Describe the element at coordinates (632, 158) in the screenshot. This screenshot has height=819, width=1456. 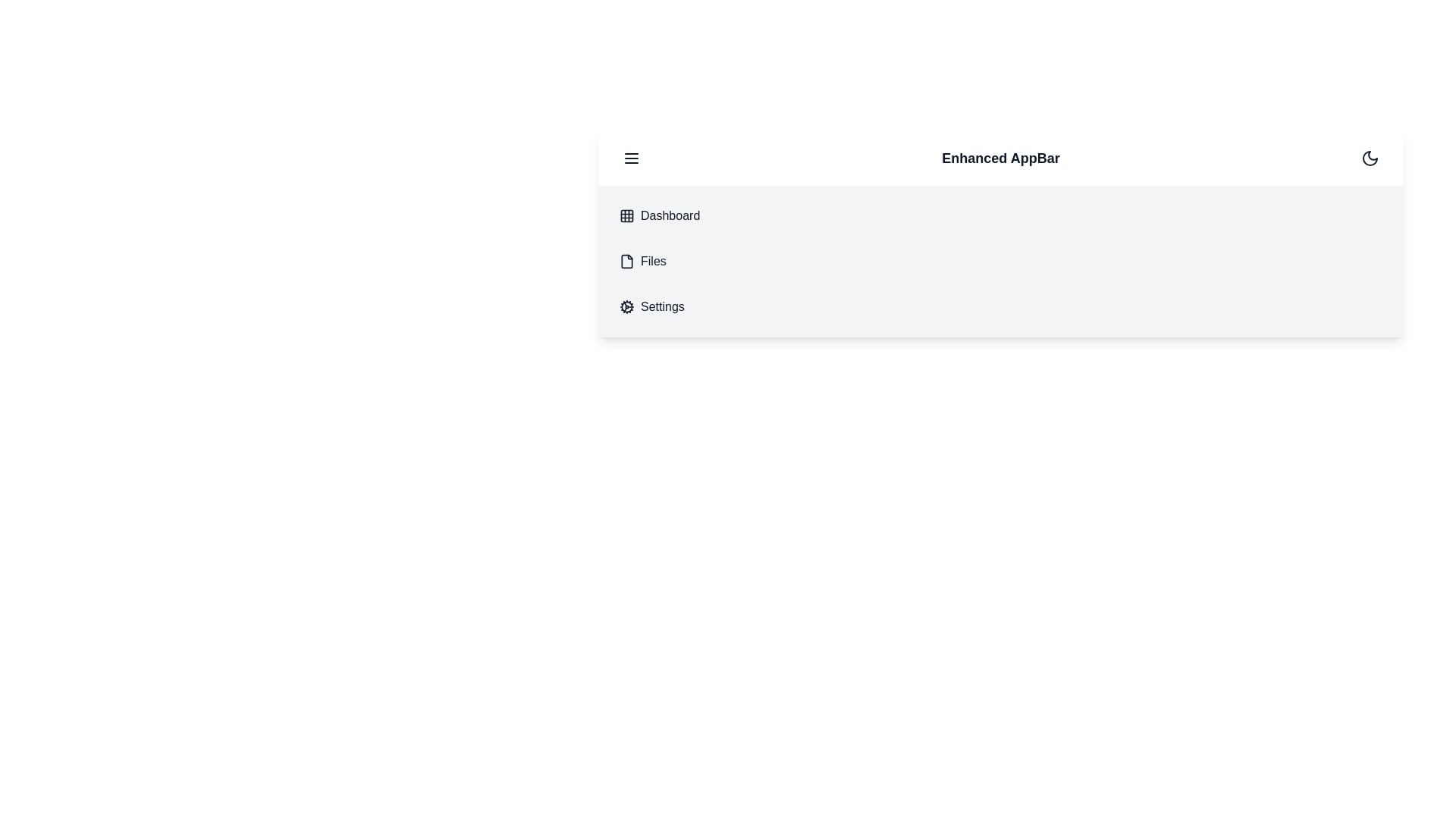
I see `the menu toggle button to toggle the menu visibility` at that location.